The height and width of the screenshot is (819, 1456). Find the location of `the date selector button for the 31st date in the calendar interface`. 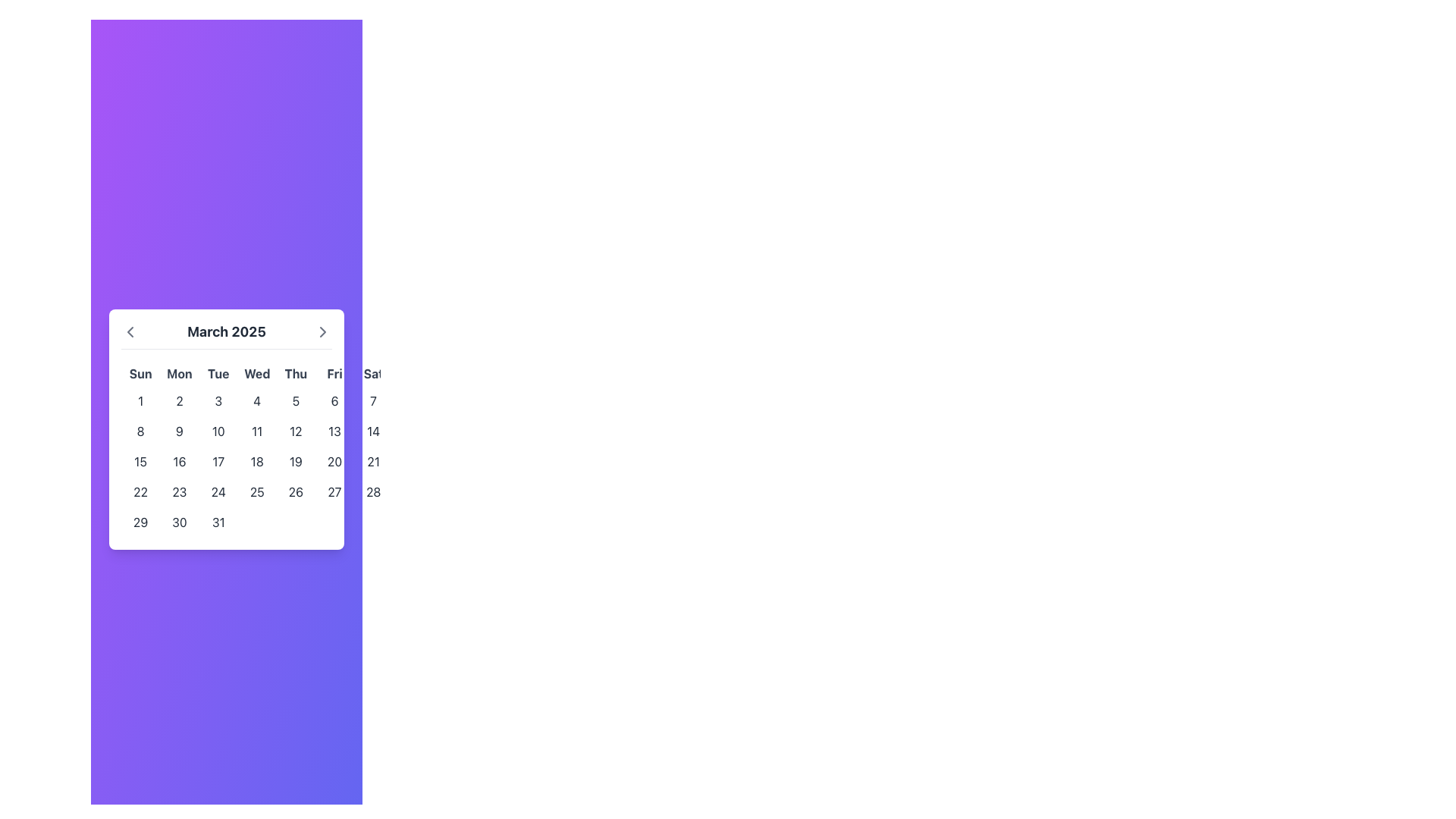

the date selector button for the 31st date in the calendar interface is located at coordinates (218, 521).